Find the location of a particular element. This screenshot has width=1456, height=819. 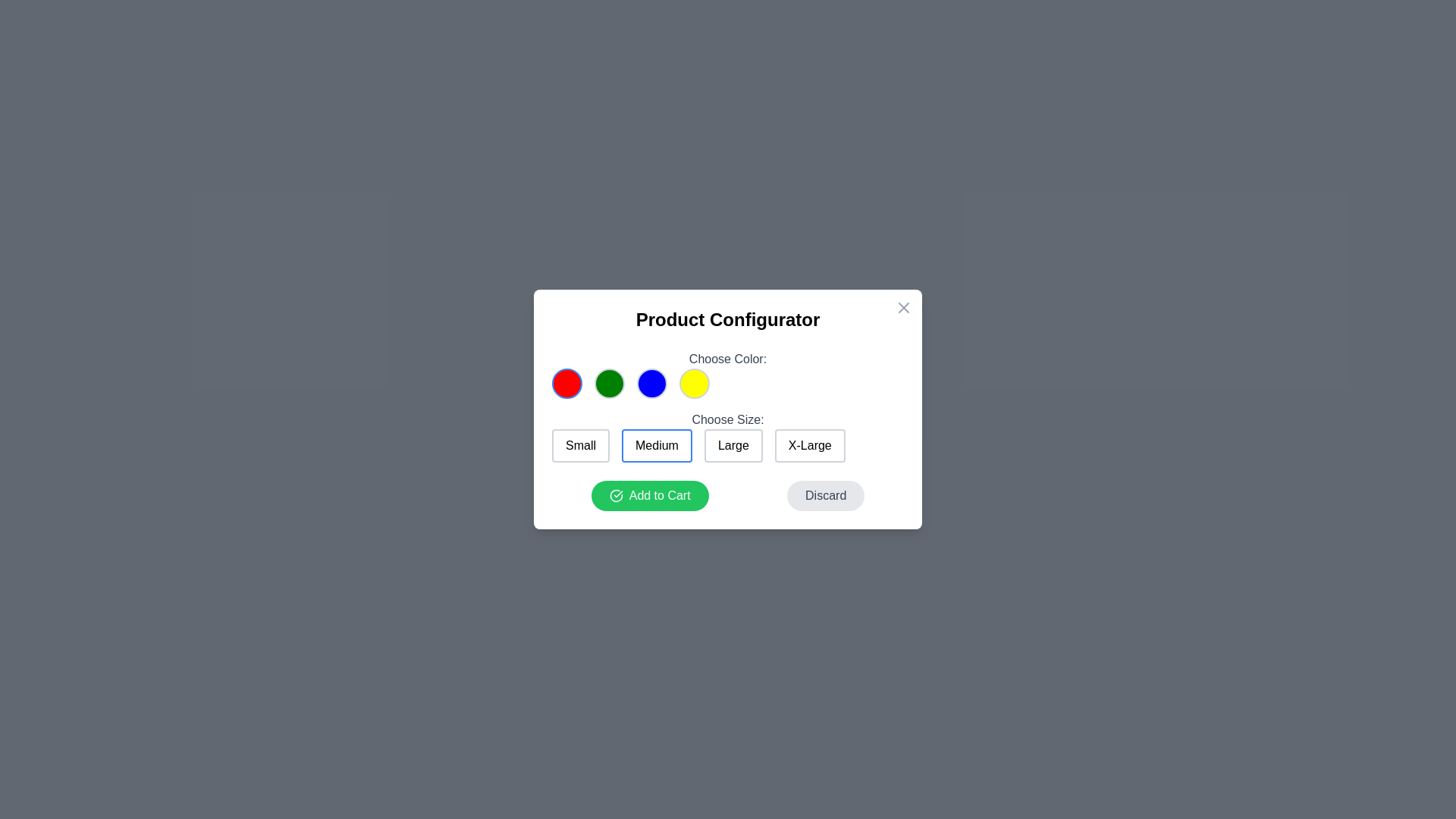

text label displaying 'Choose Color:' styled in gray, located near the top-center of the modal dialog is located at coordinates (728, 359).